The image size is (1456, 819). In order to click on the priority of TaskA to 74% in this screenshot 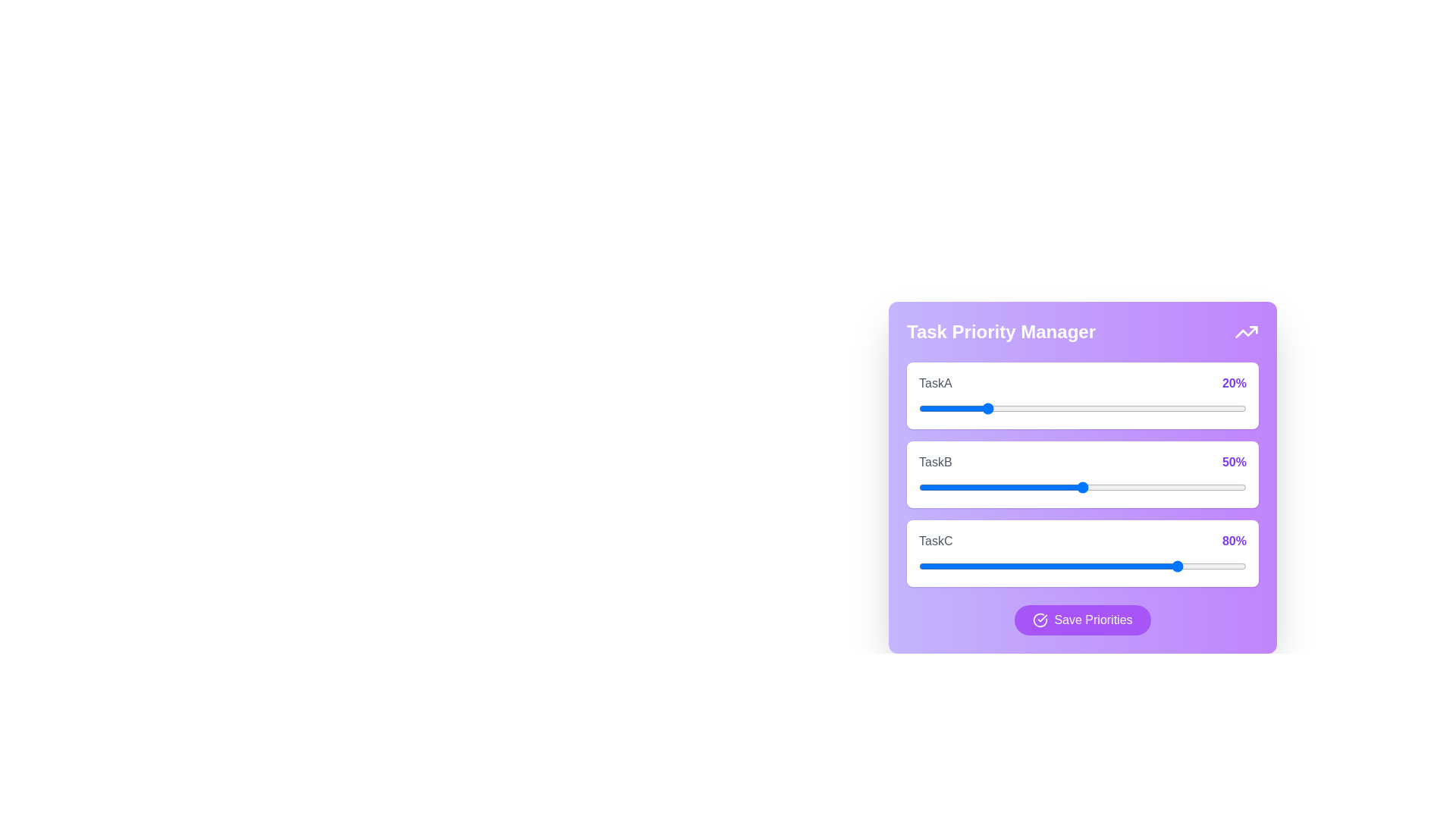, I will do `click(1160, 408)`.